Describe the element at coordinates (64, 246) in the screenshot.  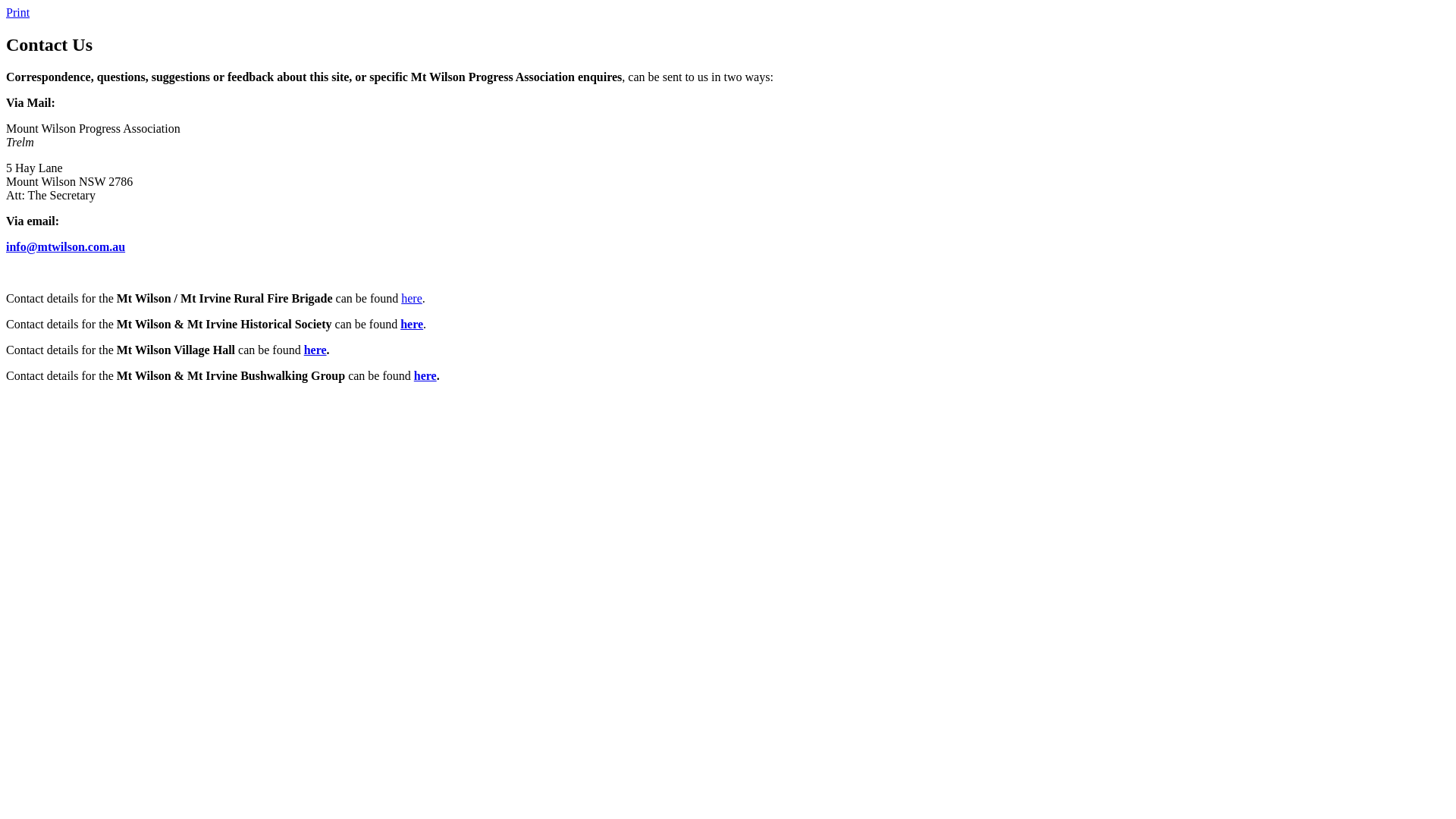
I see `'info@mtwilson.com.au'` at that location.